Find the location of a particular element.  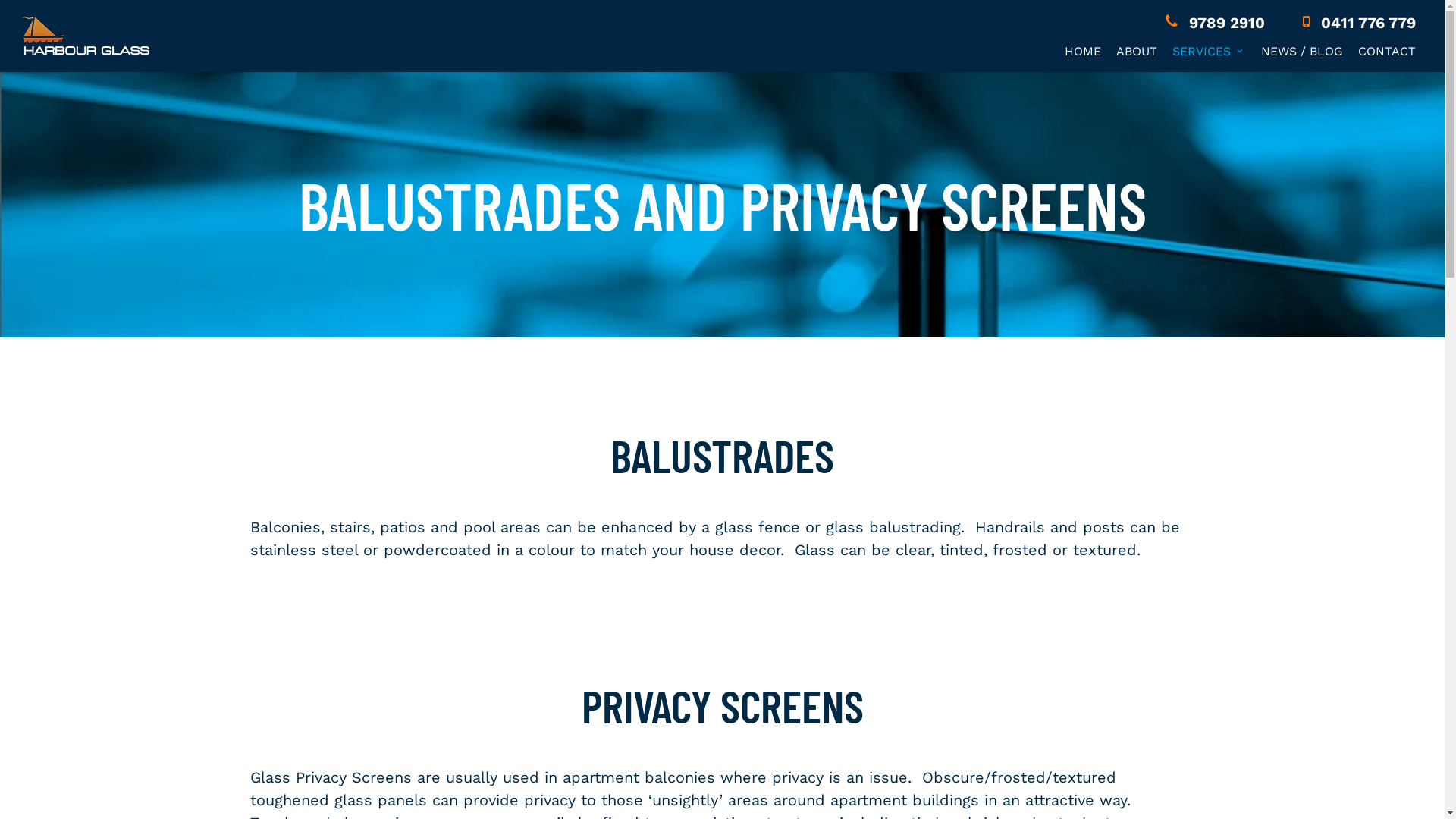

'0411 776 779' is located at coordinates (1302, 22).